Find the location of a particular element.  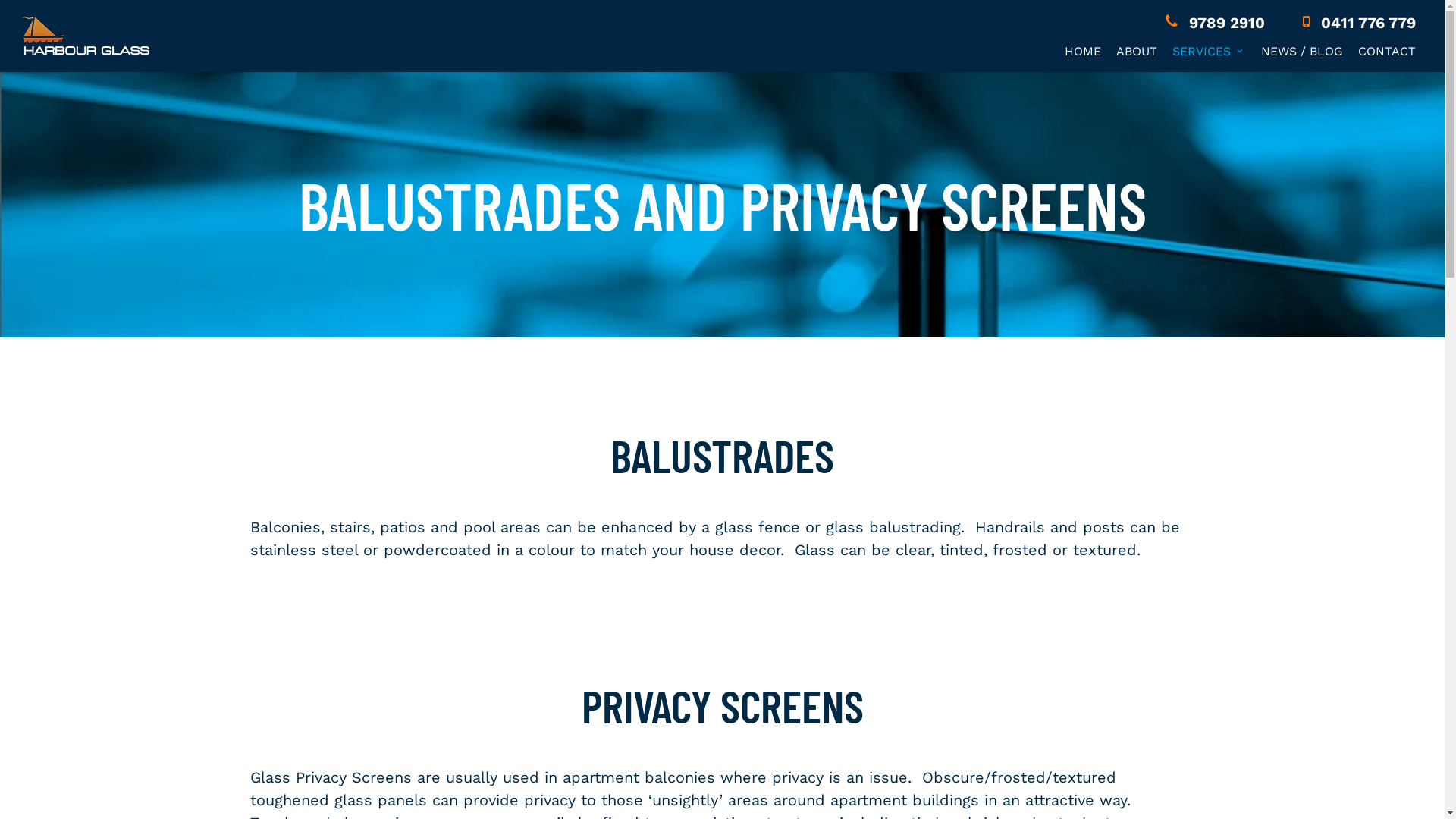

'0411 776 779' is located at coordinates (1302, 22).